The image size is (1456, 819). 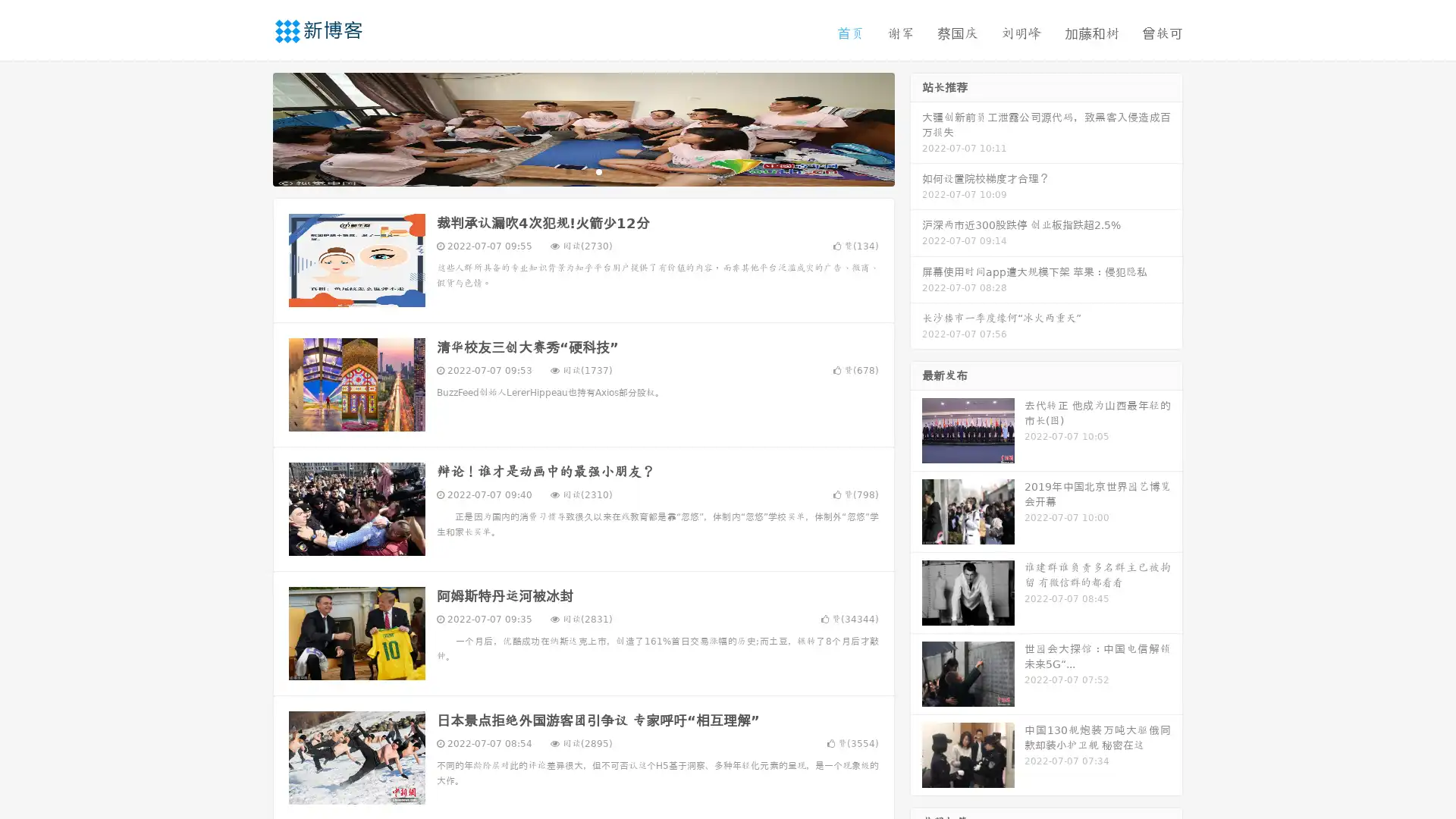 What do you see at coordinates (250, 127) in the screenshot?
I see `Previous slide` at bounding box center [250, 127].